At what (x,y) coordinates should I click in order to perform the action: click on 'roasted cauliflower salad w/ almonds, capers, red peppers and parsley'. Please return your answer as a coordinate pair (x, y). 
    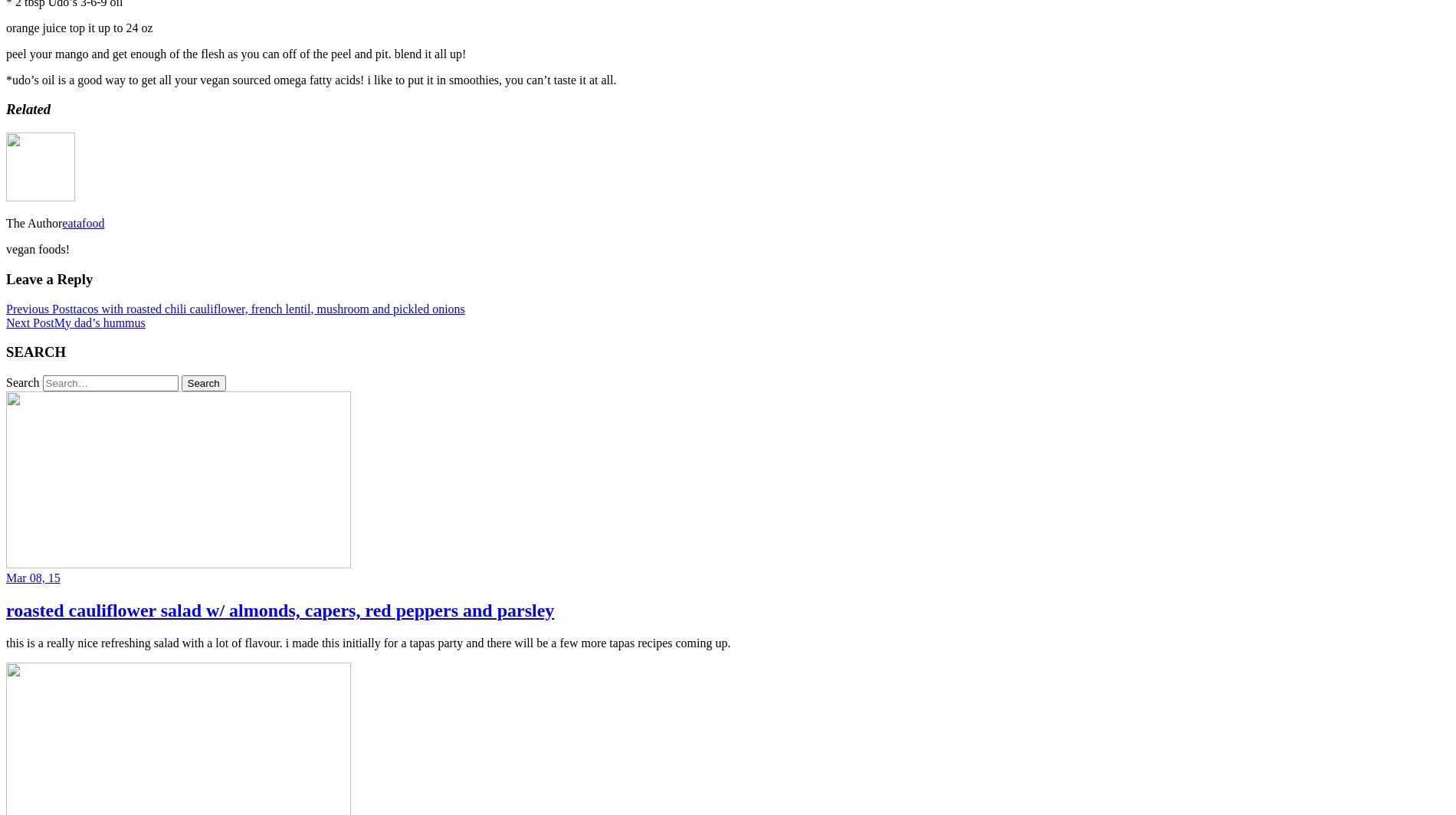
    Looking at the image, I should click on (5, 609).